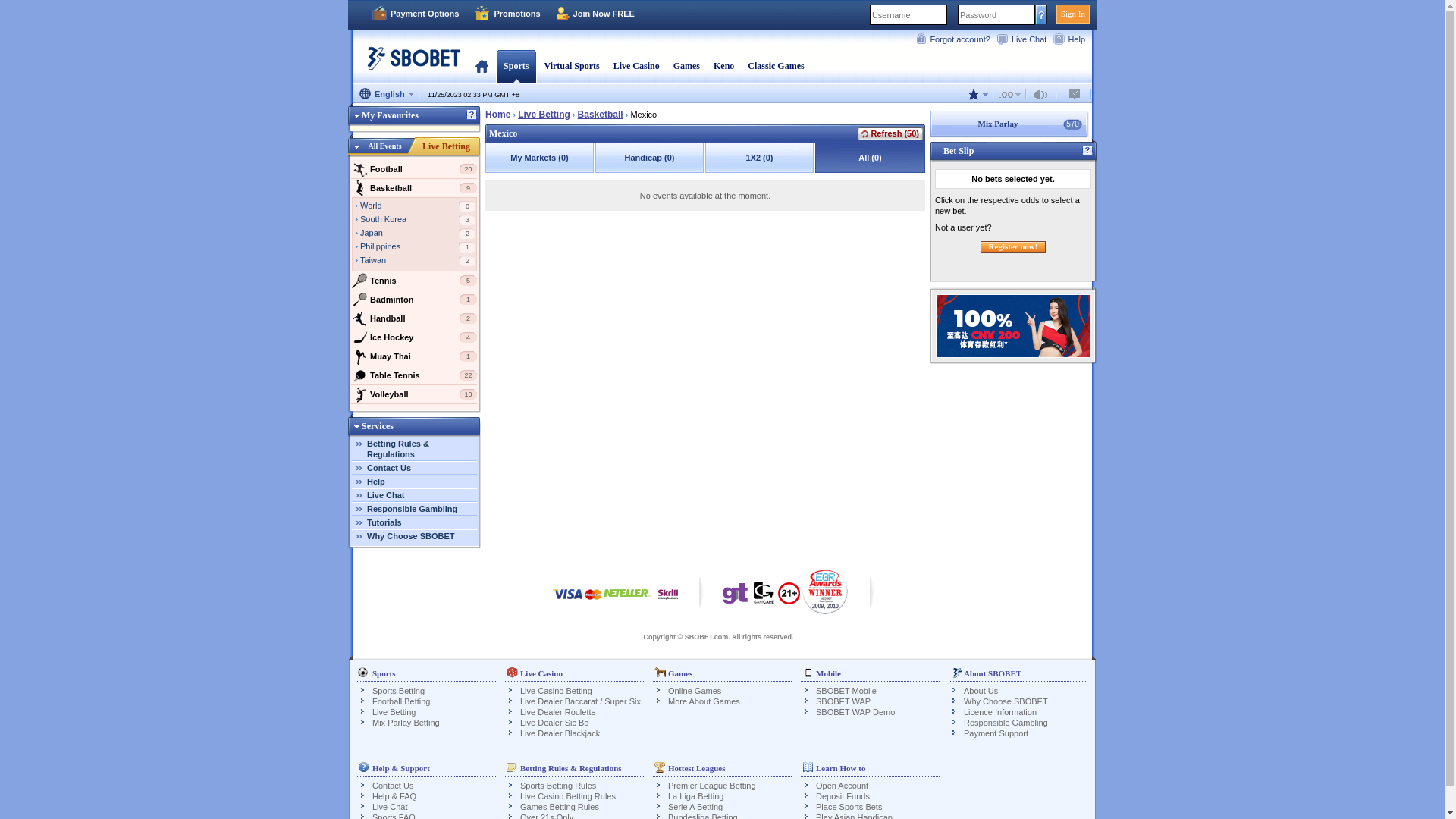  What do you see at coordinates (585, 601) in the screenshot?
I see `'Payment by MasterCard'` at bounding box center [585, 601].